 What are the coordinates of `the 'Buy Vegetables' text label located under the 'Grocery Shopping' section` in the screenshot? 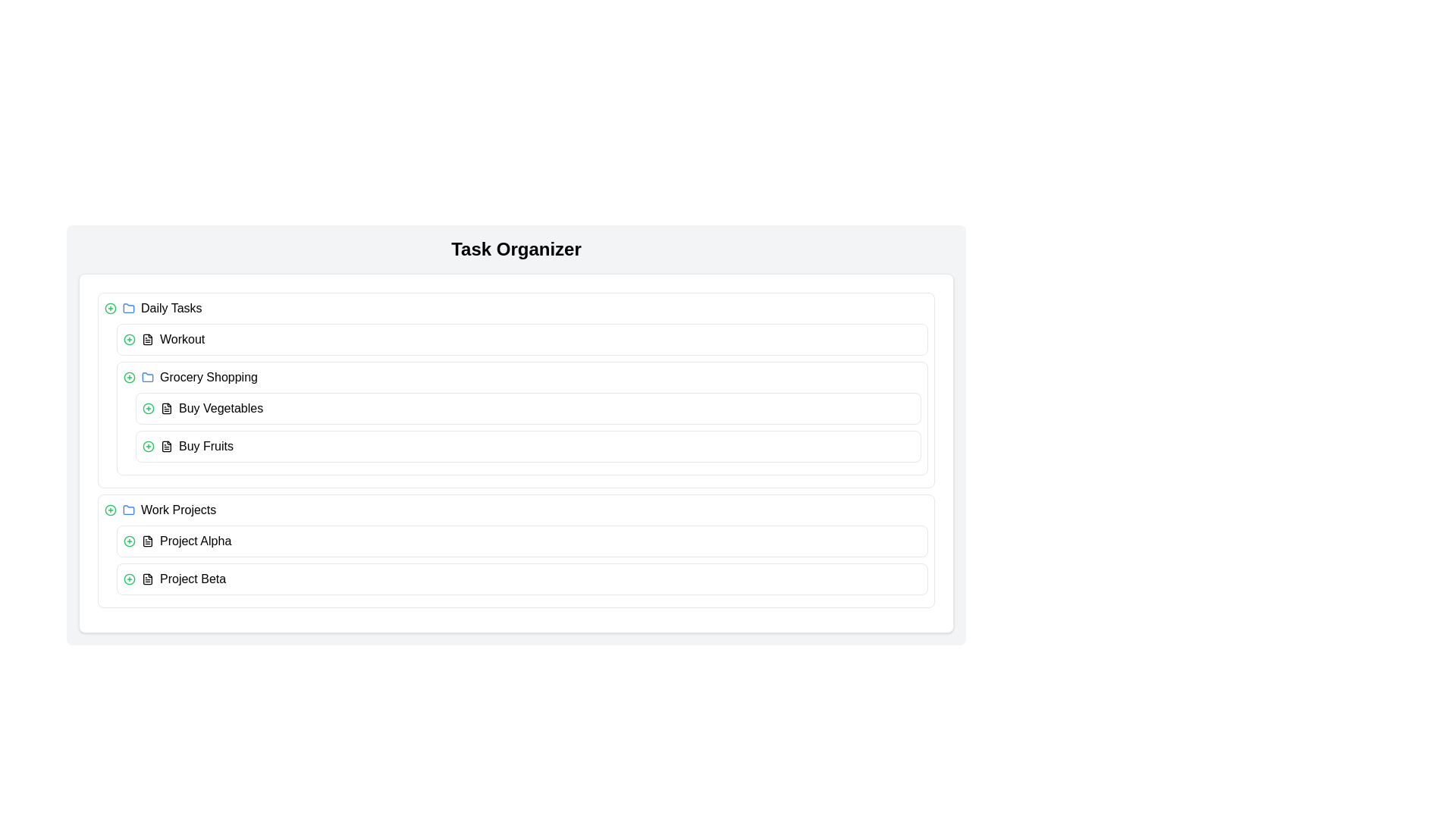 It's located at (220, 408).